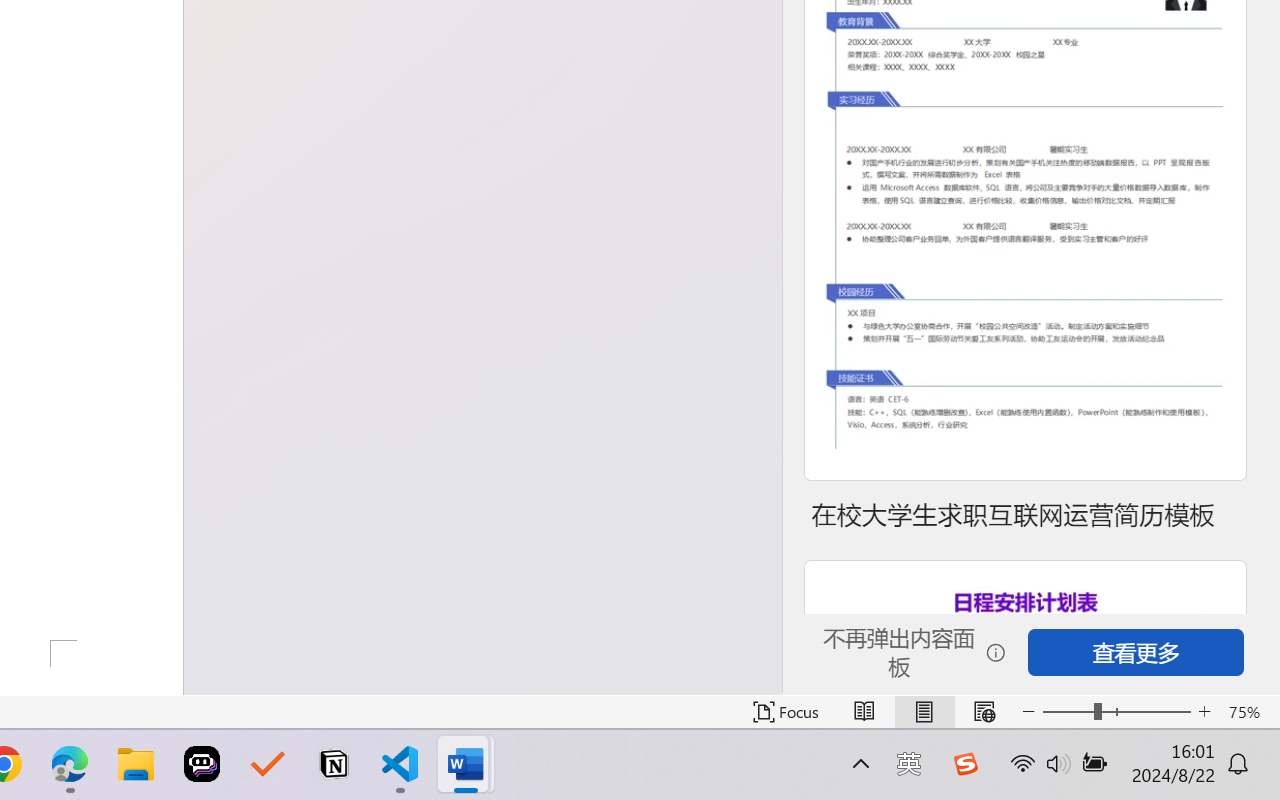 This screenshot has width=1280, height=800. What do you see at coordinates (864, 711) in the screenshot?
I see `'Read Mode'` at bounding box center [864, 711].